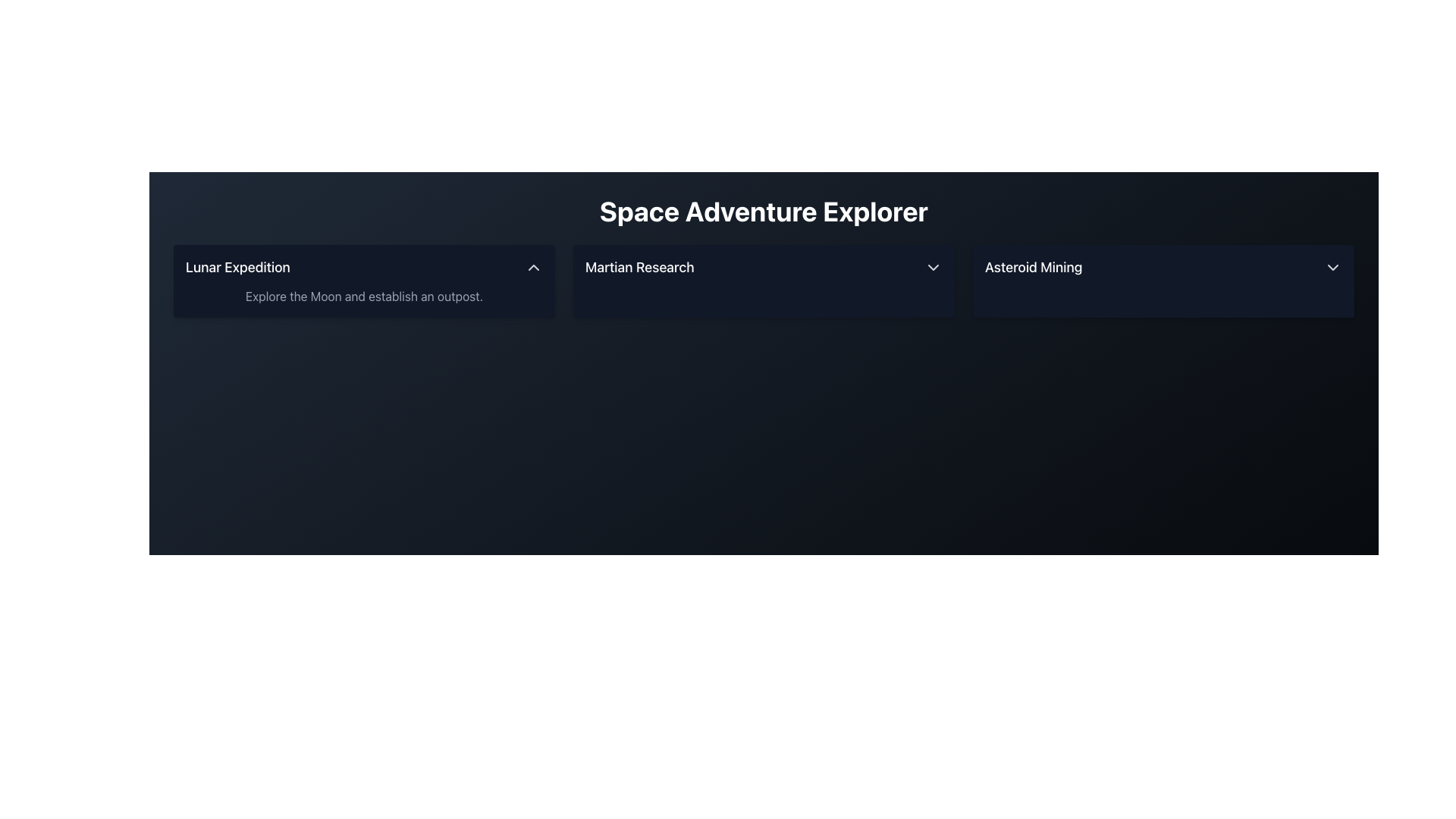 Image resolution: width=1456 pixels, height=819 pixels. Describe the element at coordinates (364, 296) in the screenshot. I see `descriptive text located below the 'Lunar Expedition' heading, which provides details about the action or content related to it` at that location.